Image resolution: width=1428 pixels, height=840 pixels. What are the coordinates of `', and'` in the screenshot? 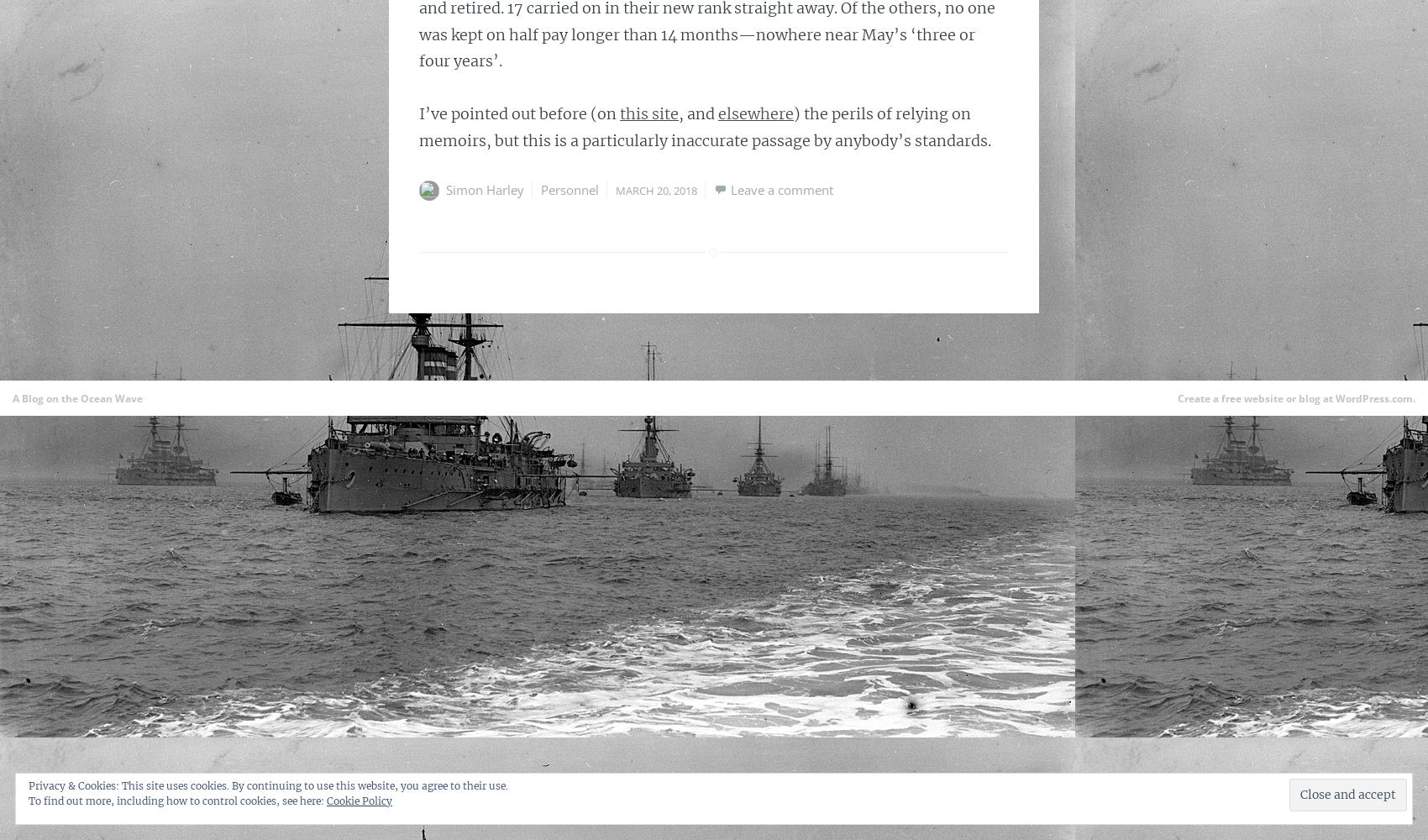 It's located at (697, 113).